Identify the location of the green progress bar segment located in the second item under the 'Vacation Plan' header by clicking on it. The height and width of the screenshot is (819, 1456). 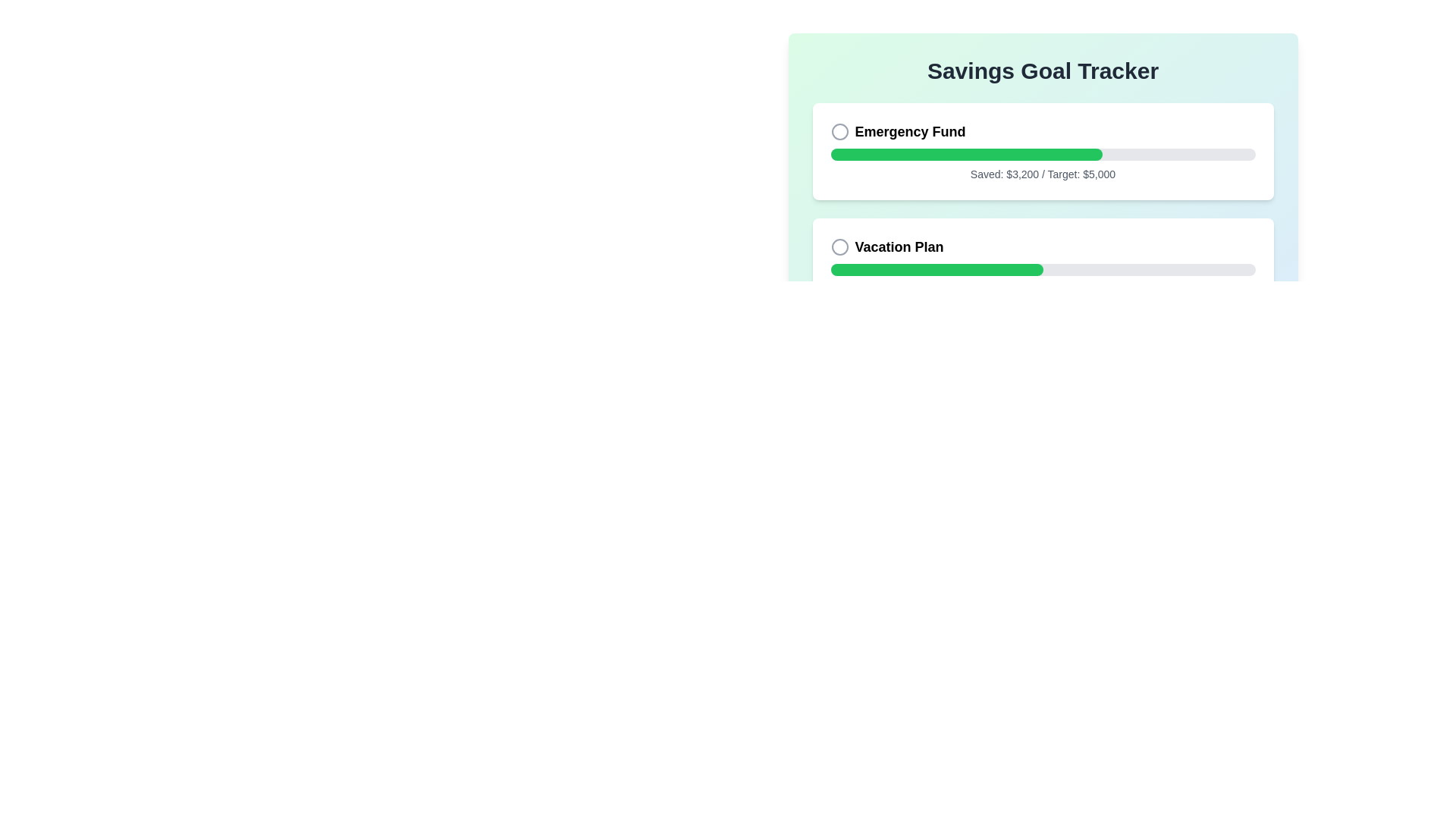
(935, 268).